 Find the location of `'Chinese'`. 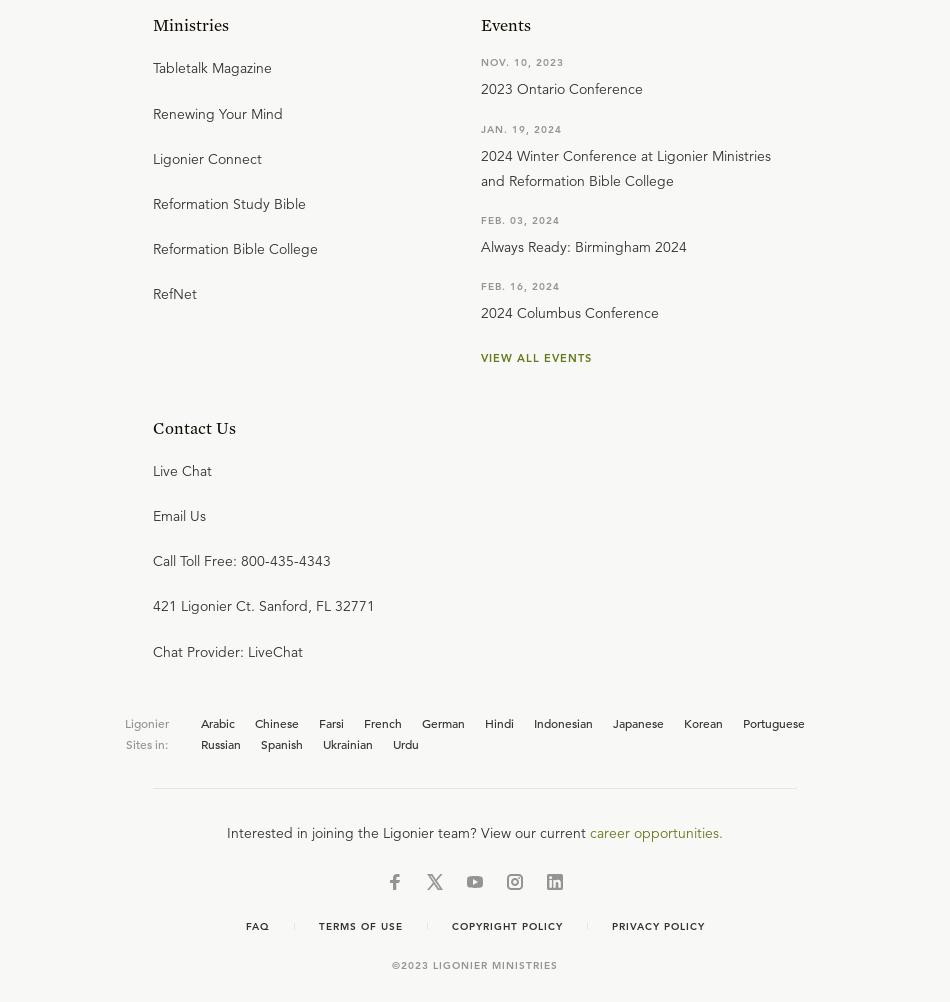

'Chinese' is located at coordinates (274, 722).